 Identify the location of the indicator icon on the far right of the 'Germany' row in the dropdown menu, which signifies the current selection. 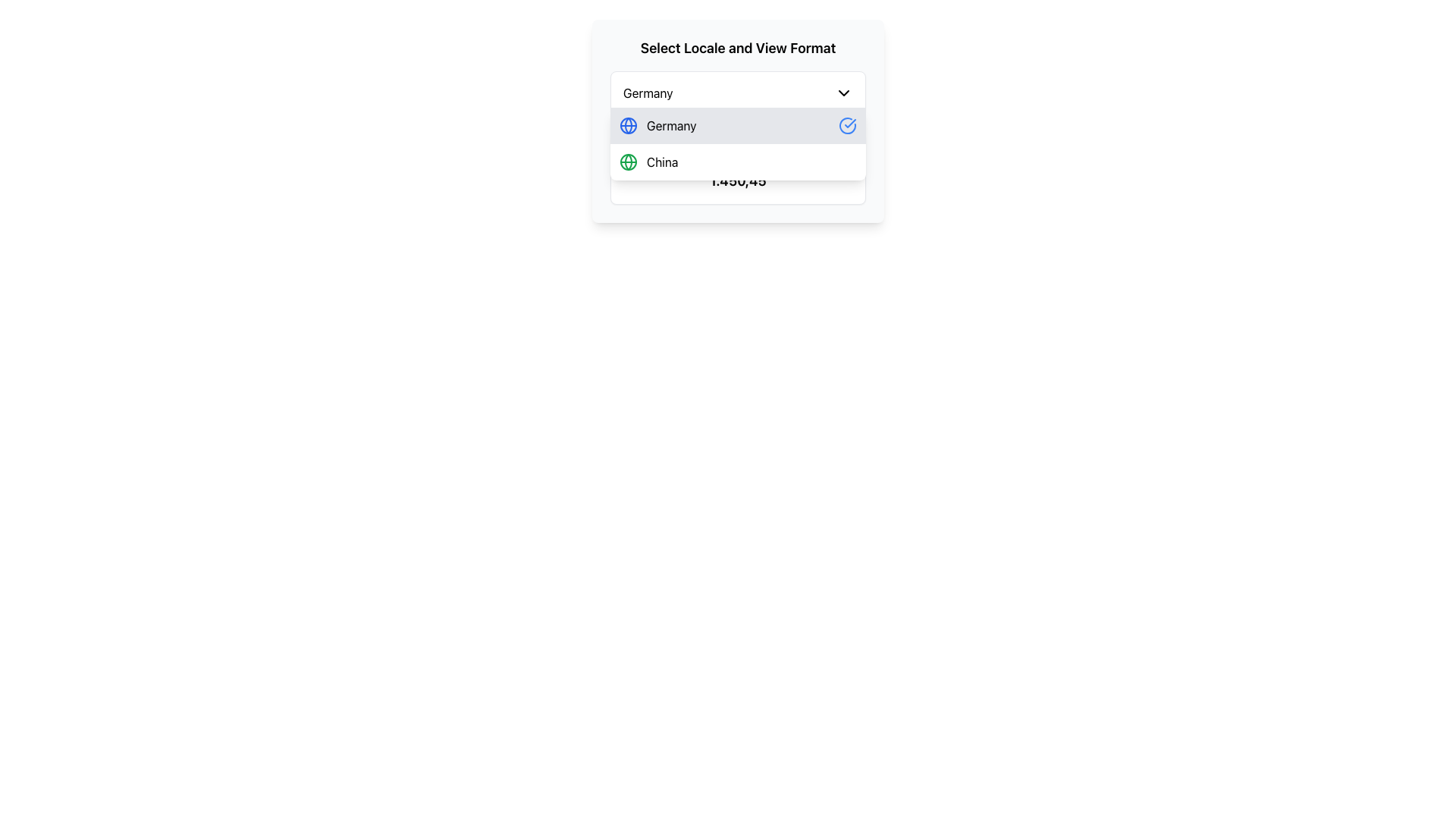
(847, 124).